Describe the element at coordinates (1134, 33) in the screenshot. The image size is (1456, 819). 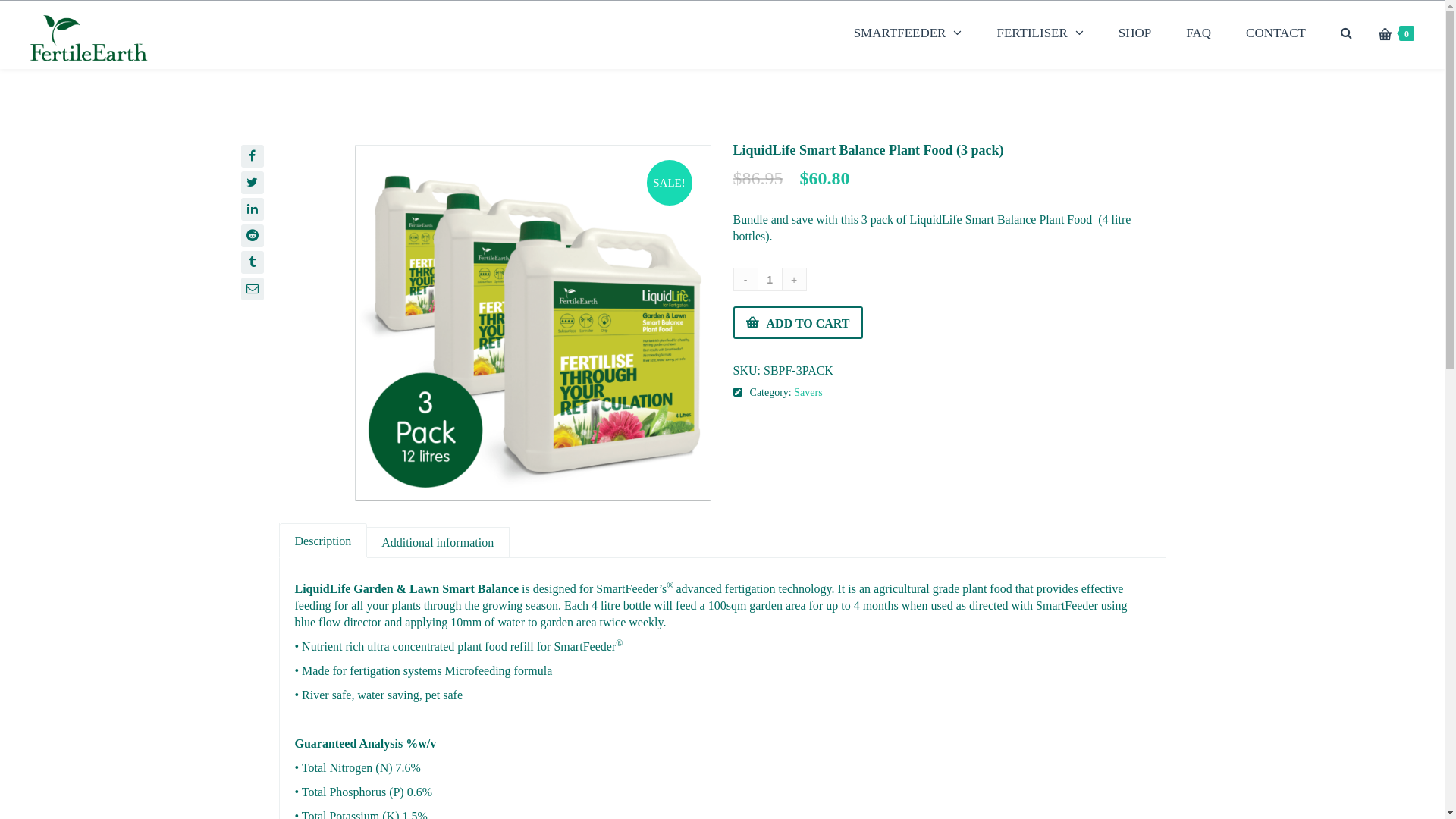
I see `'SHOP'` at that location.